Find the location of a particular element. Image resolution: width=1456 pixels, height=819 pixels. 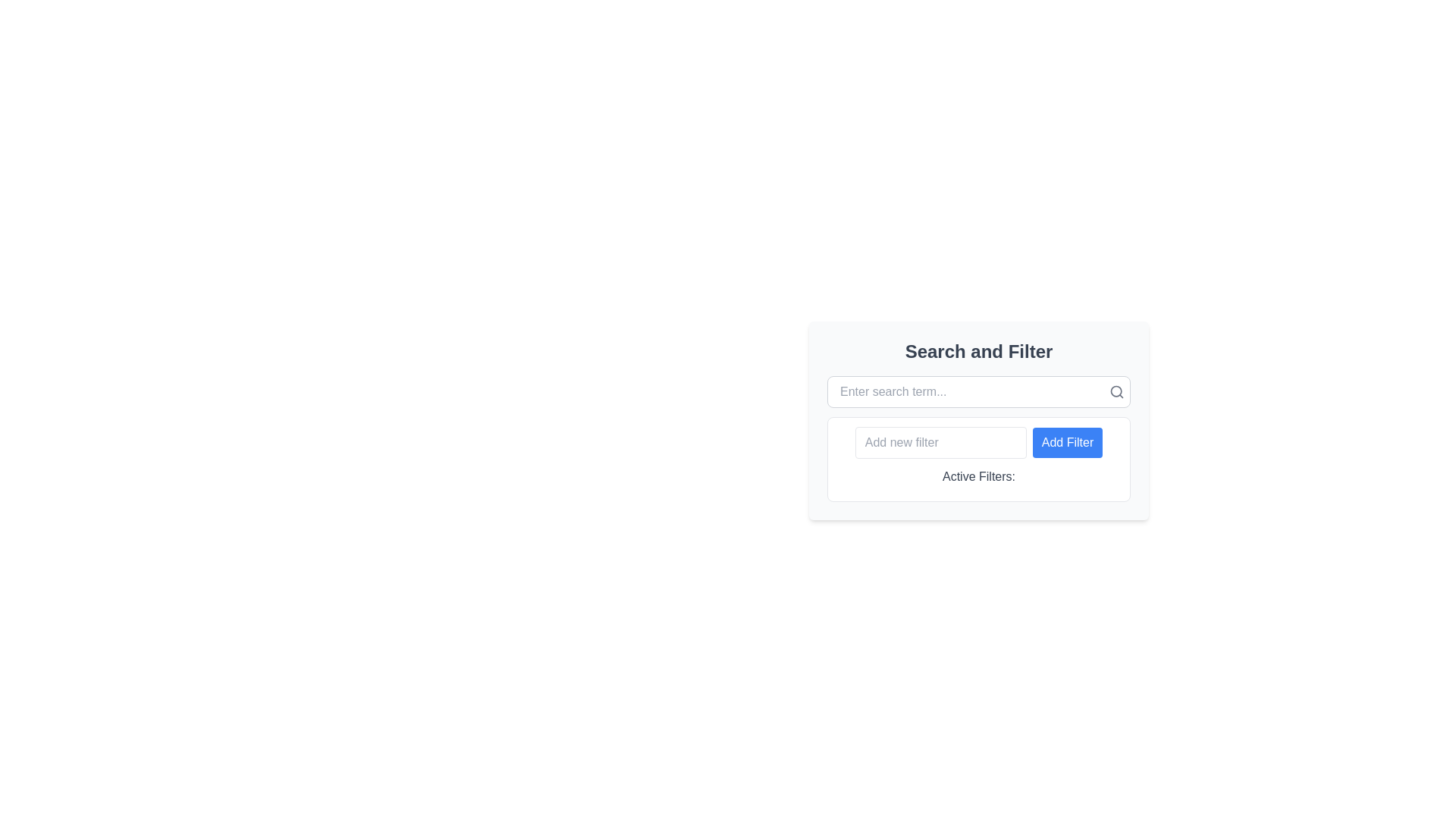

the Text label indicating the section for active filters, located beneath the 'Add Filter' button is located at coordinates (979, 475).